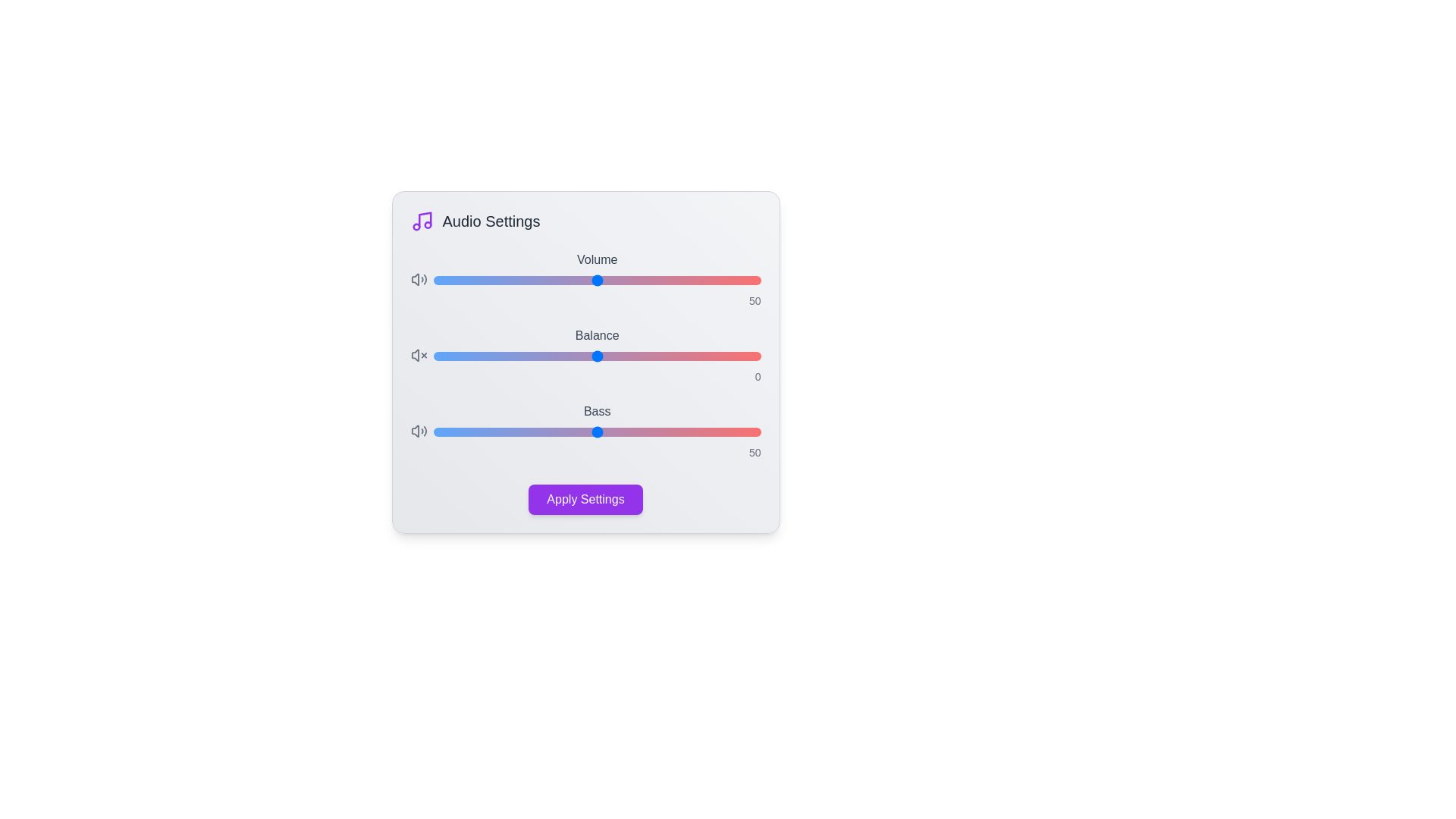 The image size is (1456, 819). Describe the element at coordinates (532, 356) in the screenshot. I see `the 'Balance' slider to the specified value -20` at that location.